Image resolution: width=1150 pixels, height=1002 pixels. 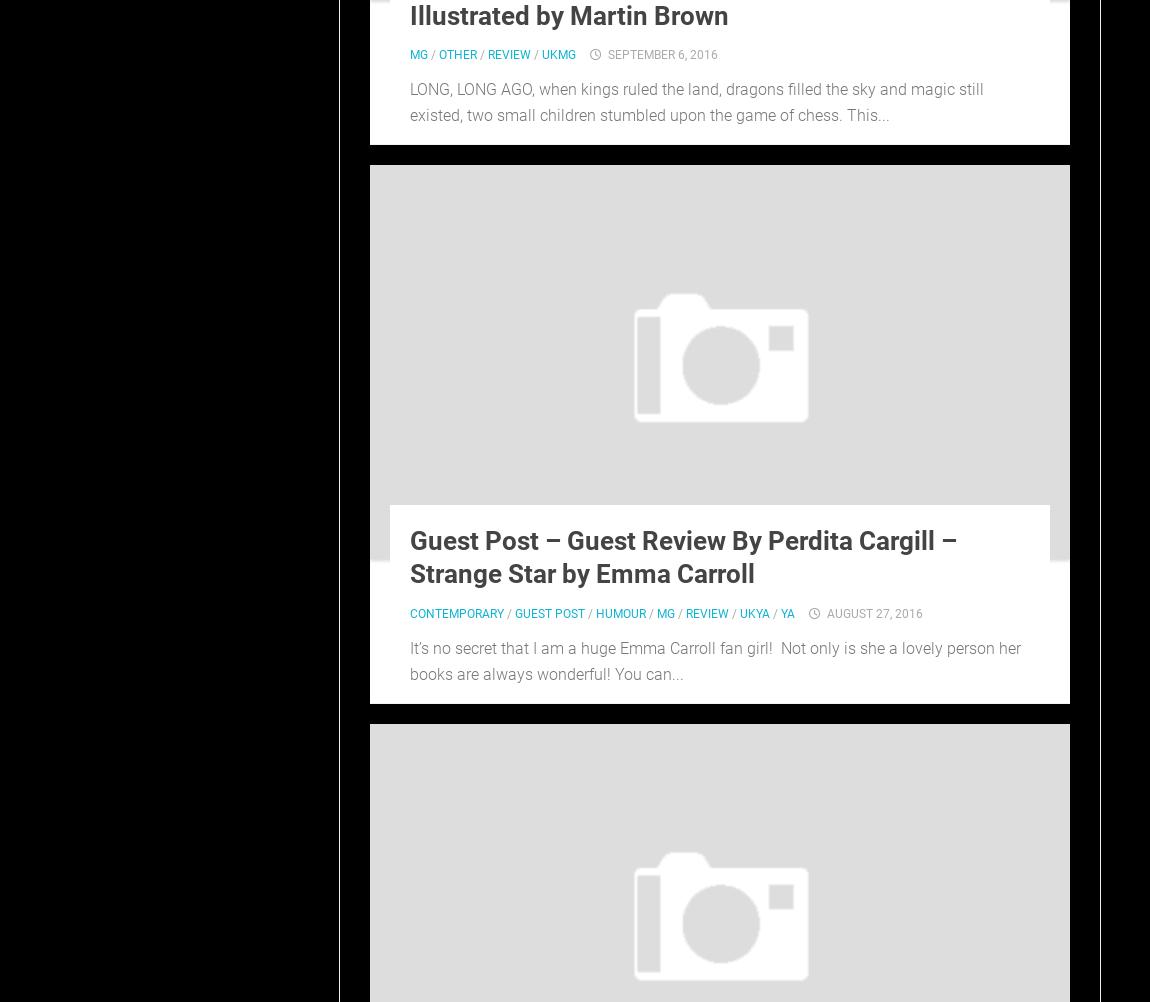 I want to click on 'UKMG', so click(x=559, y=55).